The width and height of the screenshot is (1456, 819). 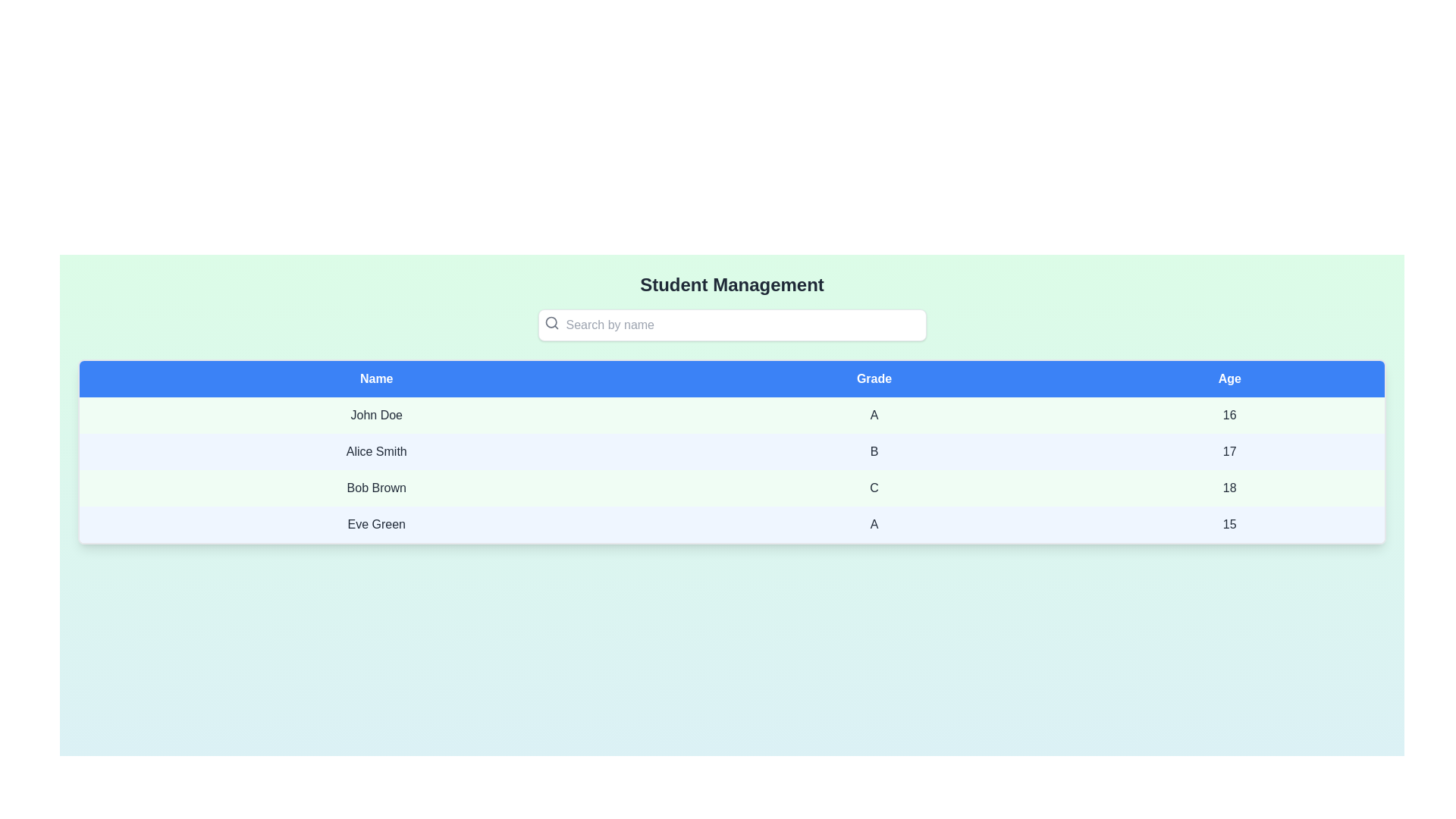 I want to click on the 'Student Management' title text label, which is styled in bold 2xl font size and dark gray color, positioned at the top-center of the page above the search bar, so click(x=732, y=284).